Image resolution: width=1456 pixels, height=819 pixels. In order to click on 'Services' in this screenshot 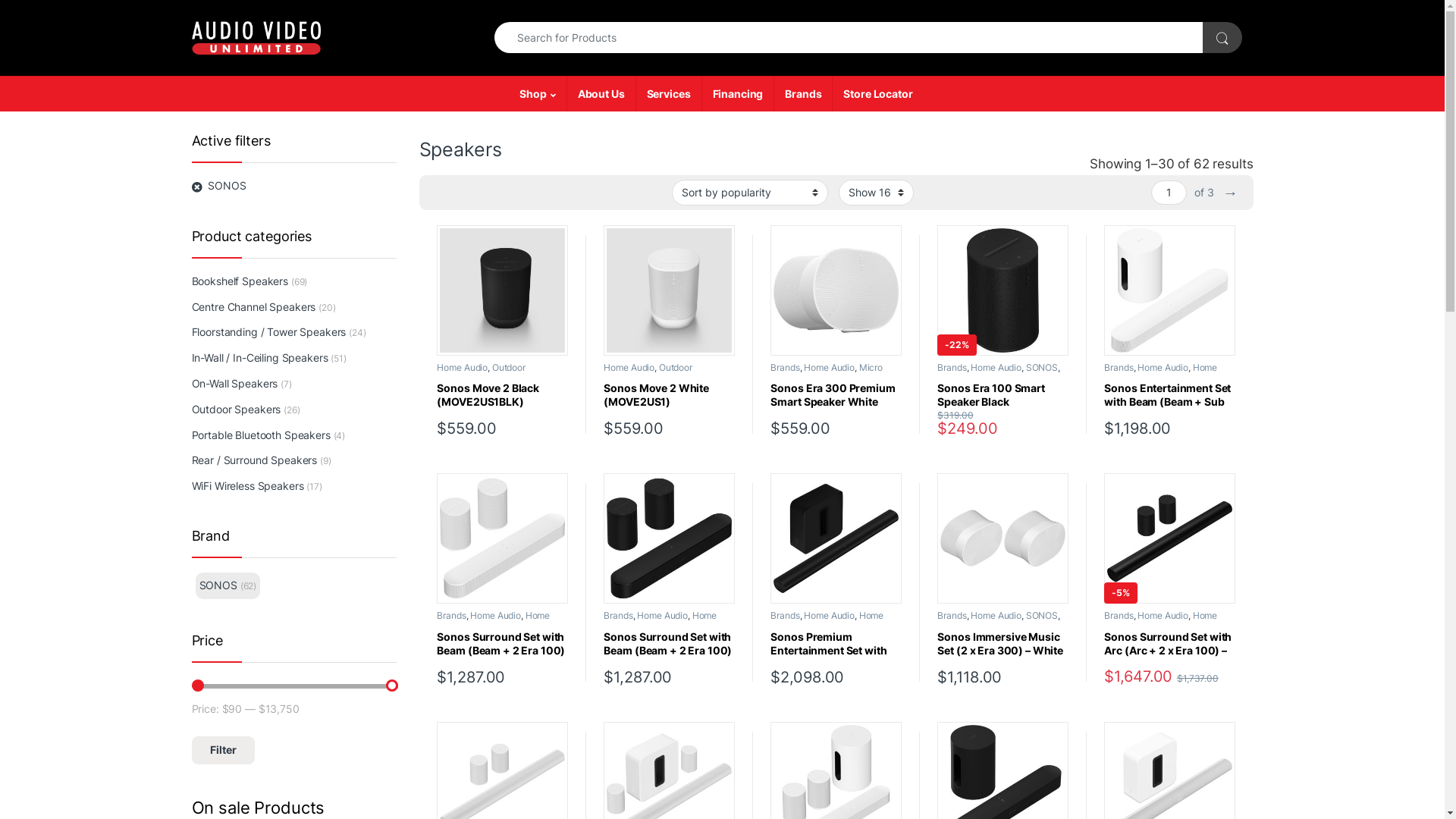, I will do `click(667, 93)`.